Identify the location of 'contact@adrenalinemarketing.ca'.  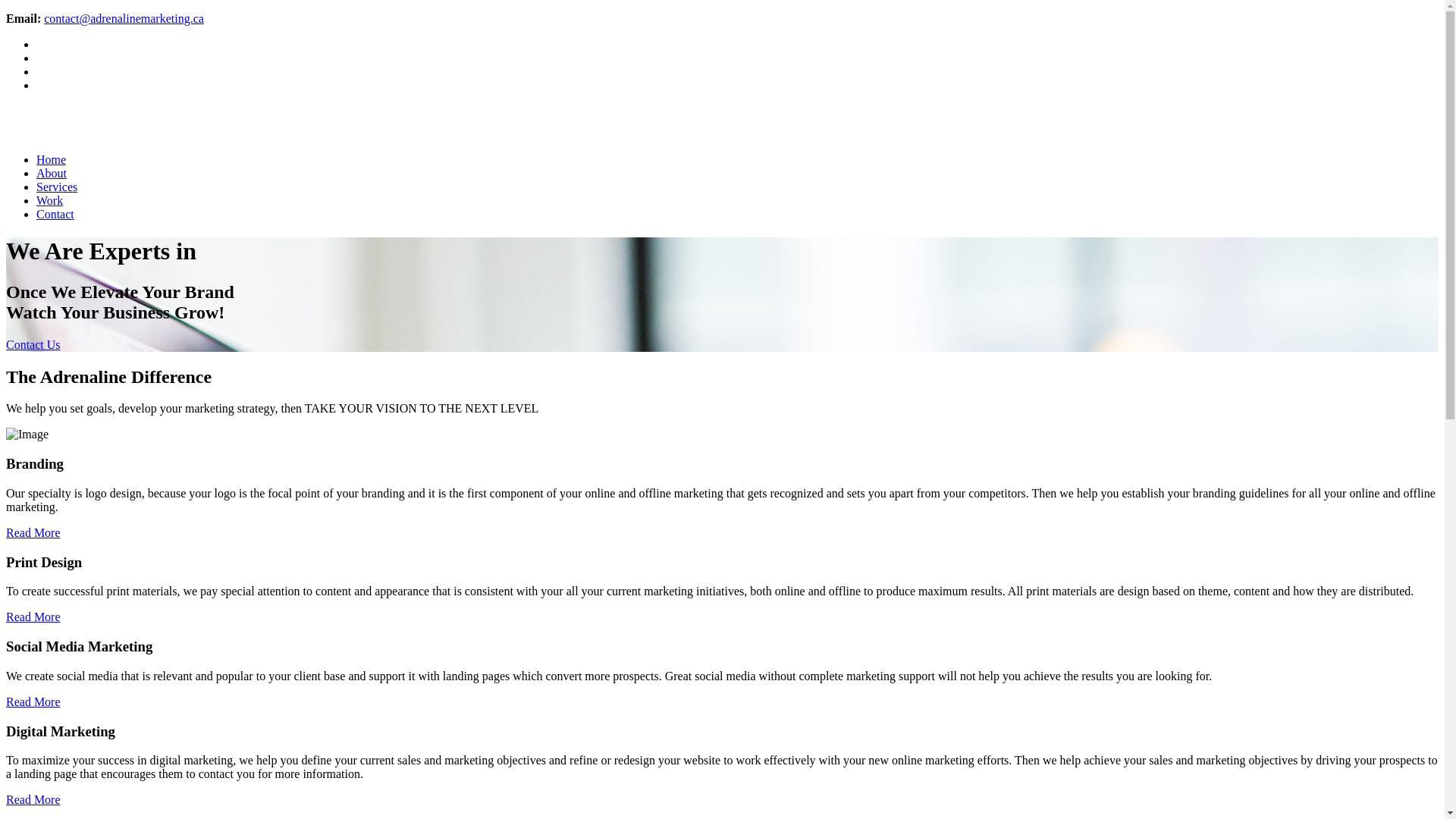
(124, 18).